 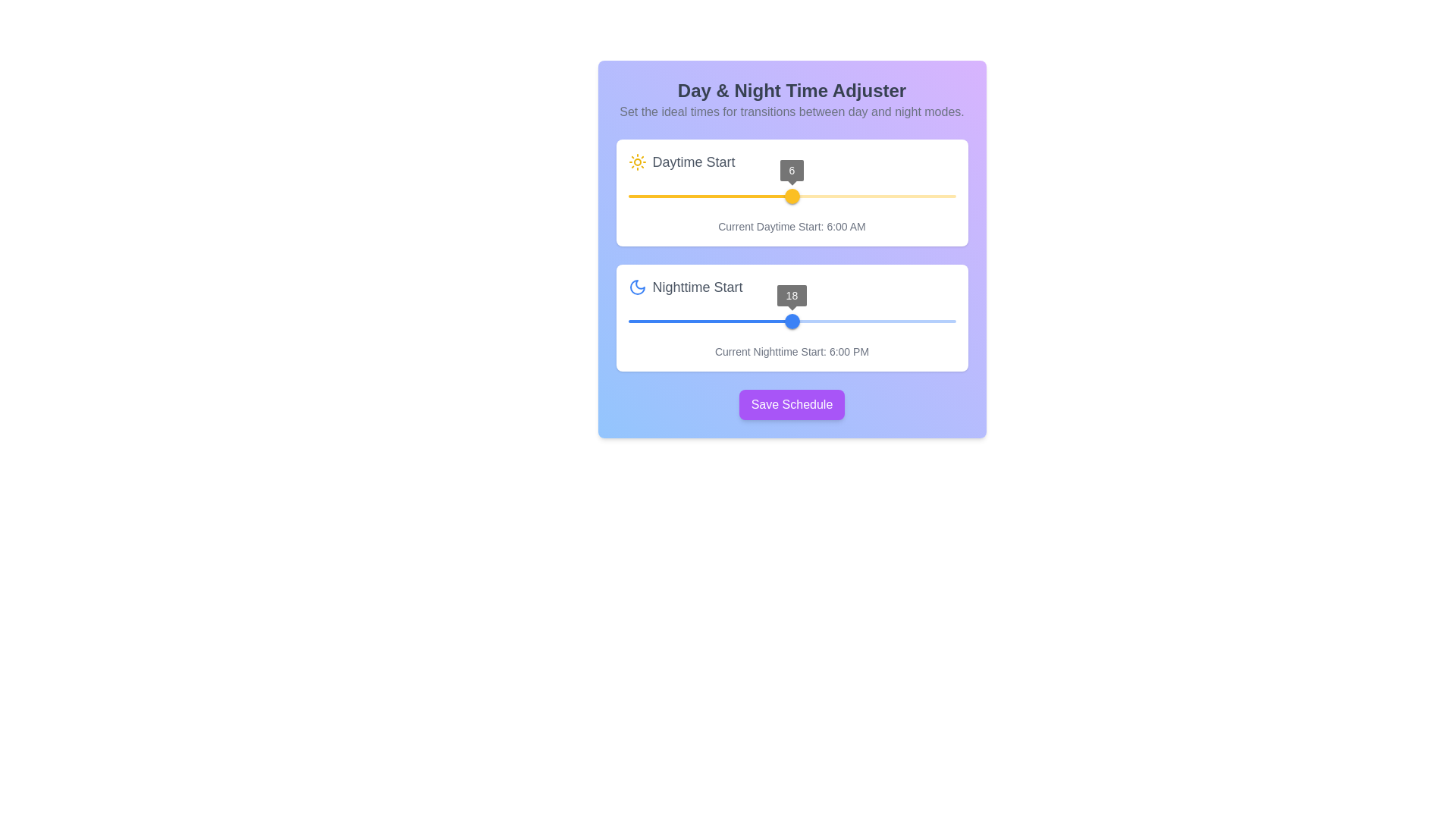 What do you see at coordinates (805, 195) in the screenshot?
I see `the daytime start` at bounding box center [805, 195].